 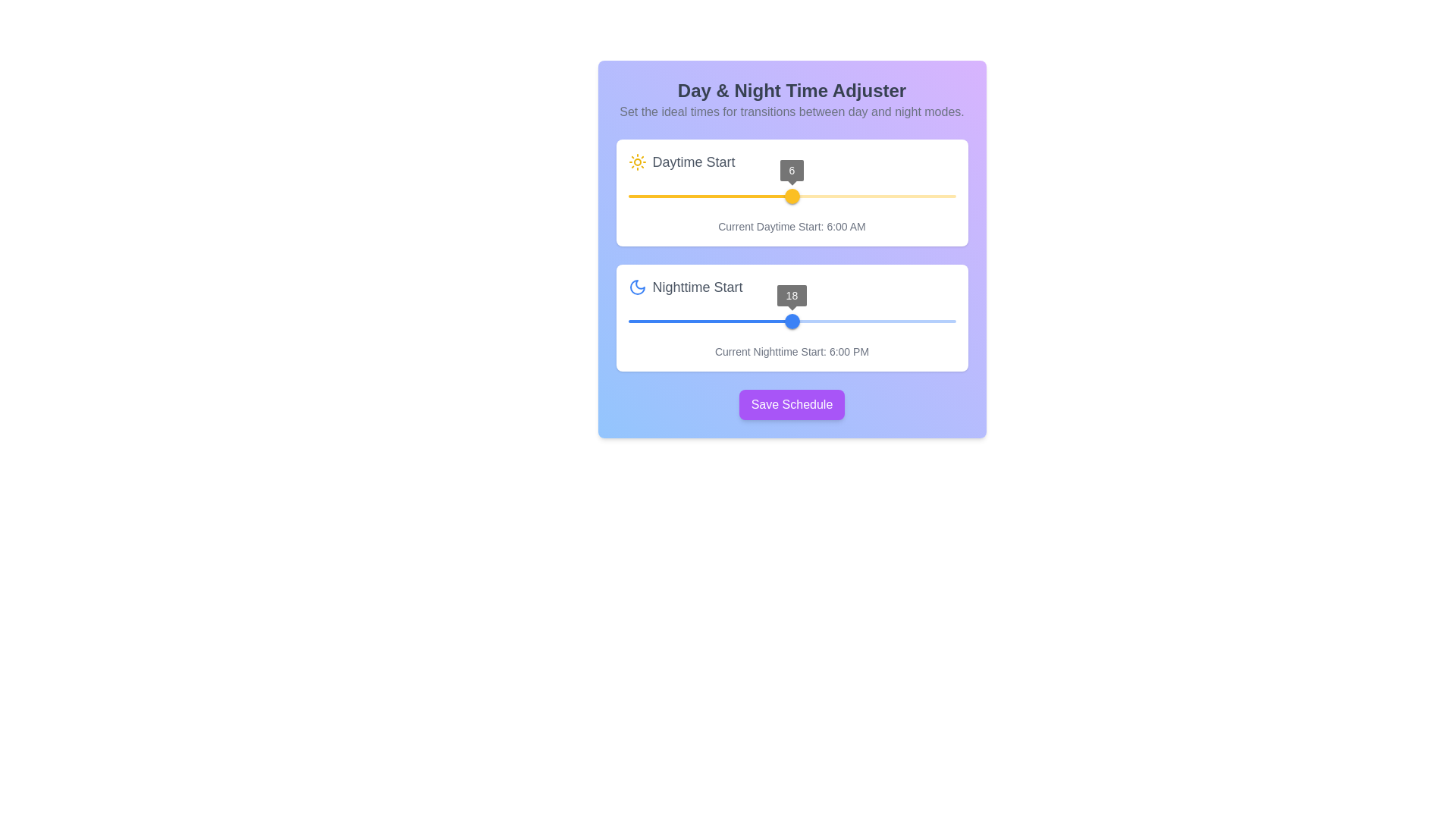 What do you see at coordinates (805, 195) in the screenshot?
I see `the daytime start` at bounding box center [805, 195].